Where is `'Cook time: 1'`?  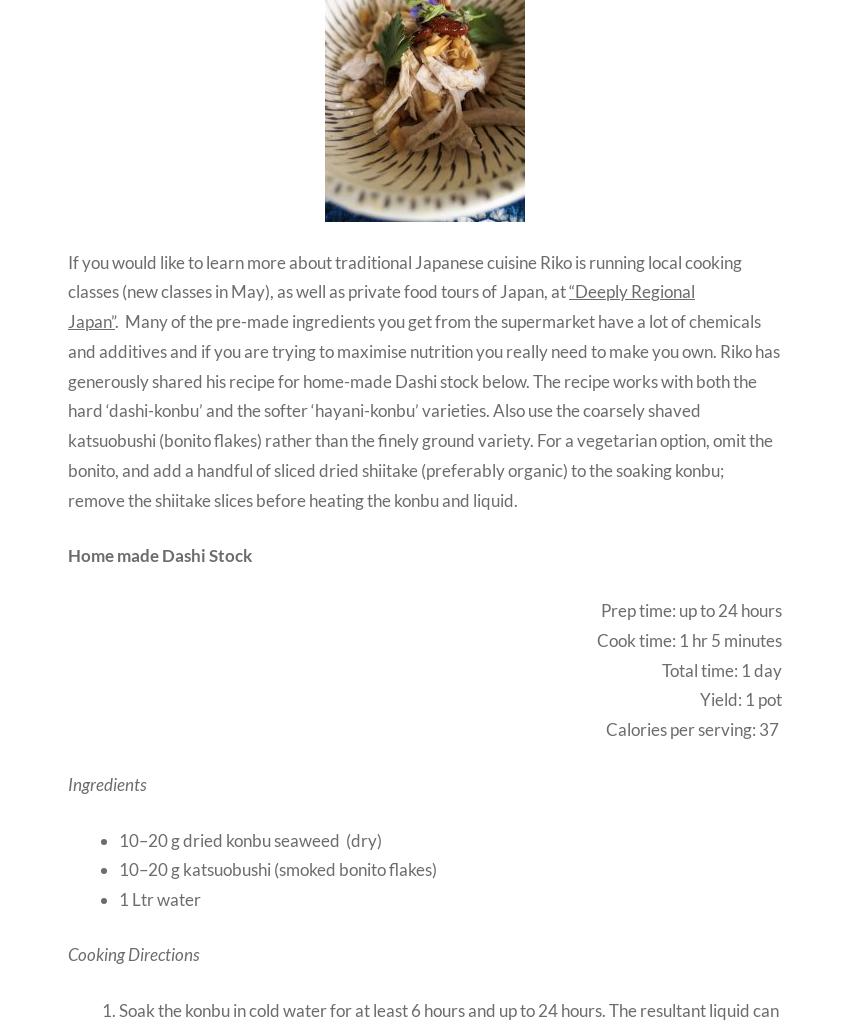
'Cook time: 1' is located at coordinates (643, 639).